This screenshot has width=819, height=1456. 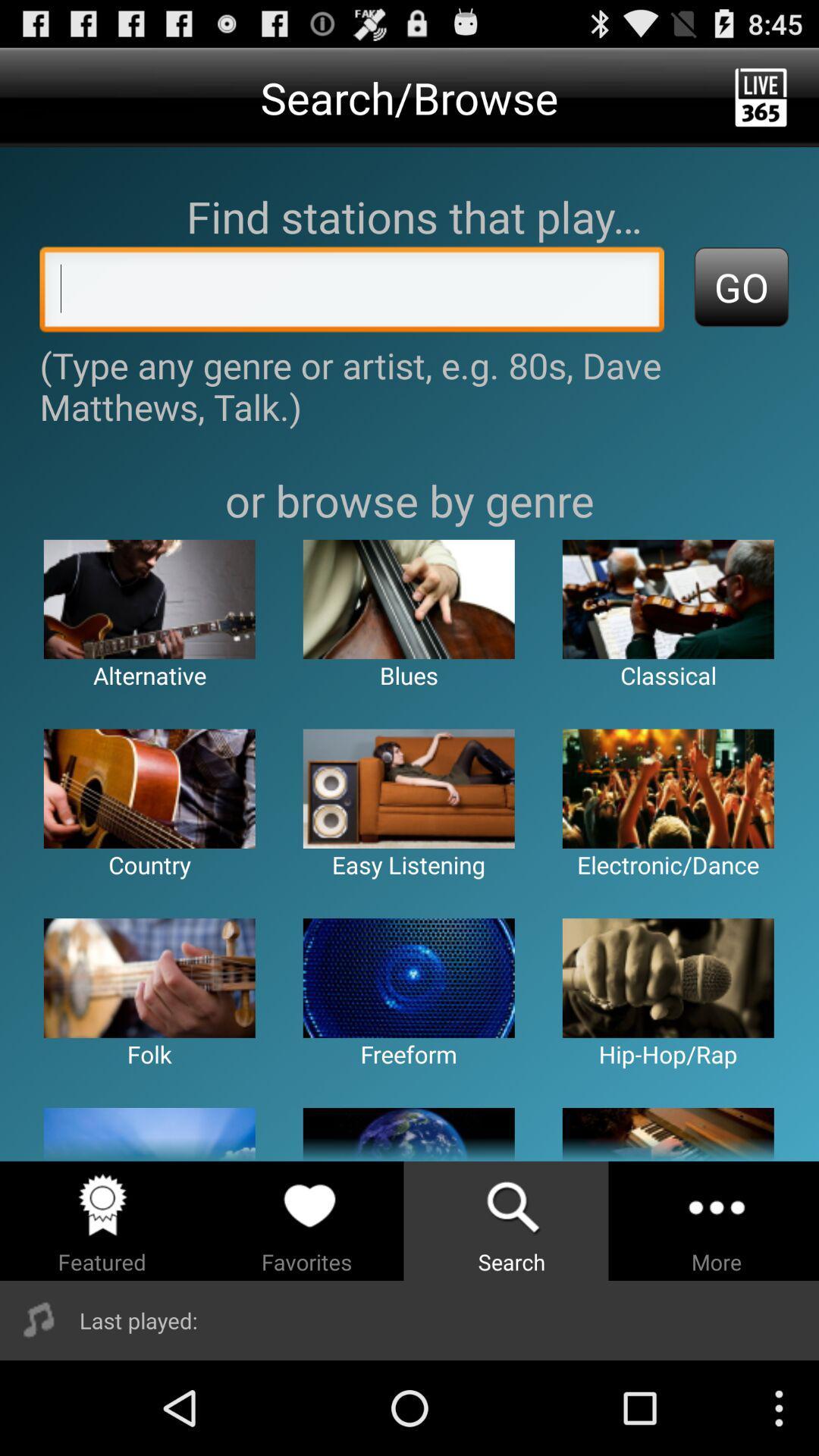 What do you see at coordinates (352, 293) in the screenshot?
I see `find a station to play` at bounding box center [352, 293].